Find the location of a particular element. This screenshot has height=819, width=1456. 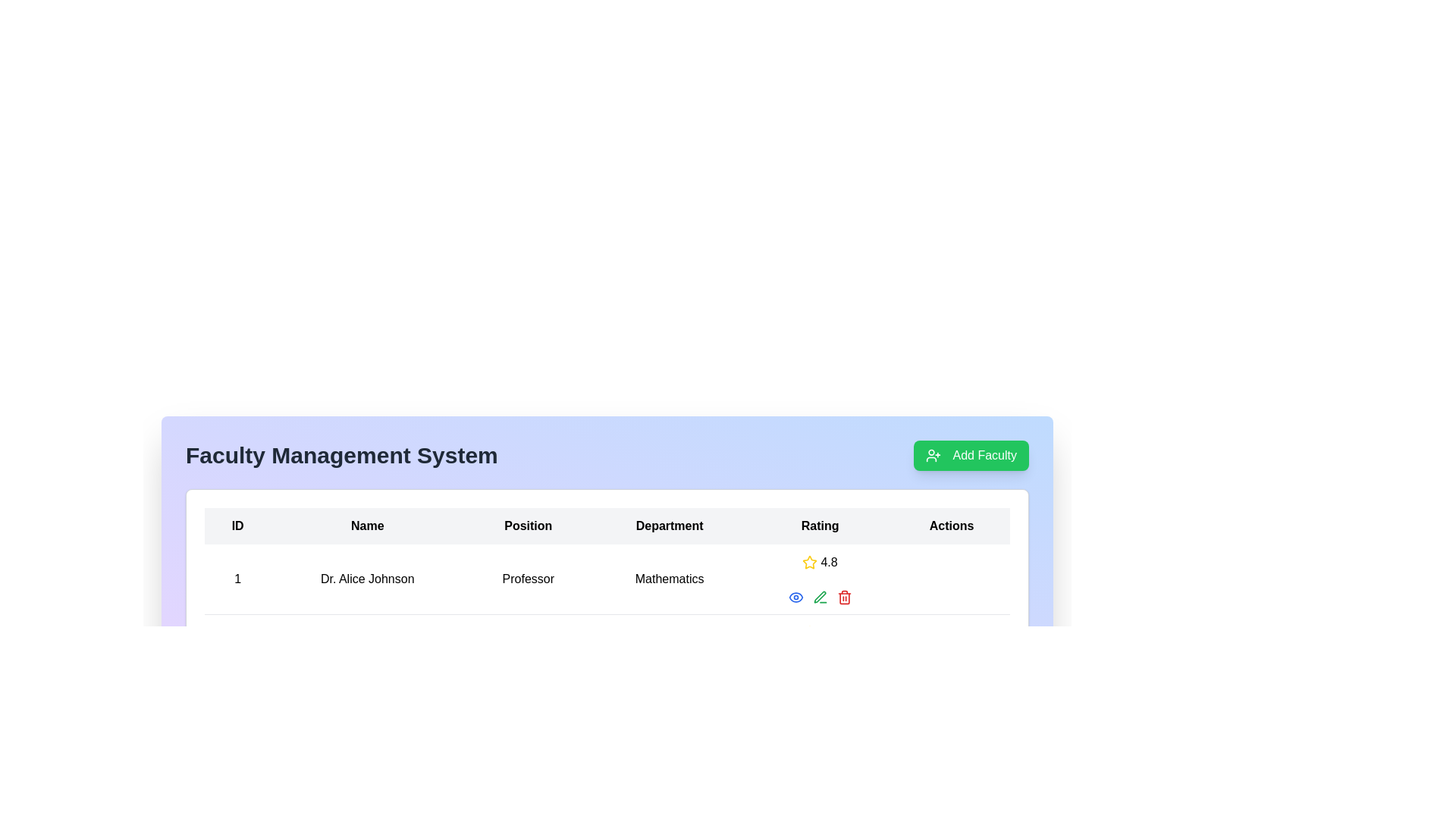

the Label header for the data table column that contains the text 'Position', which is bold and on a light gray background, located between the 'Name' and 'Department' headers is located at coordinates (528, 526).